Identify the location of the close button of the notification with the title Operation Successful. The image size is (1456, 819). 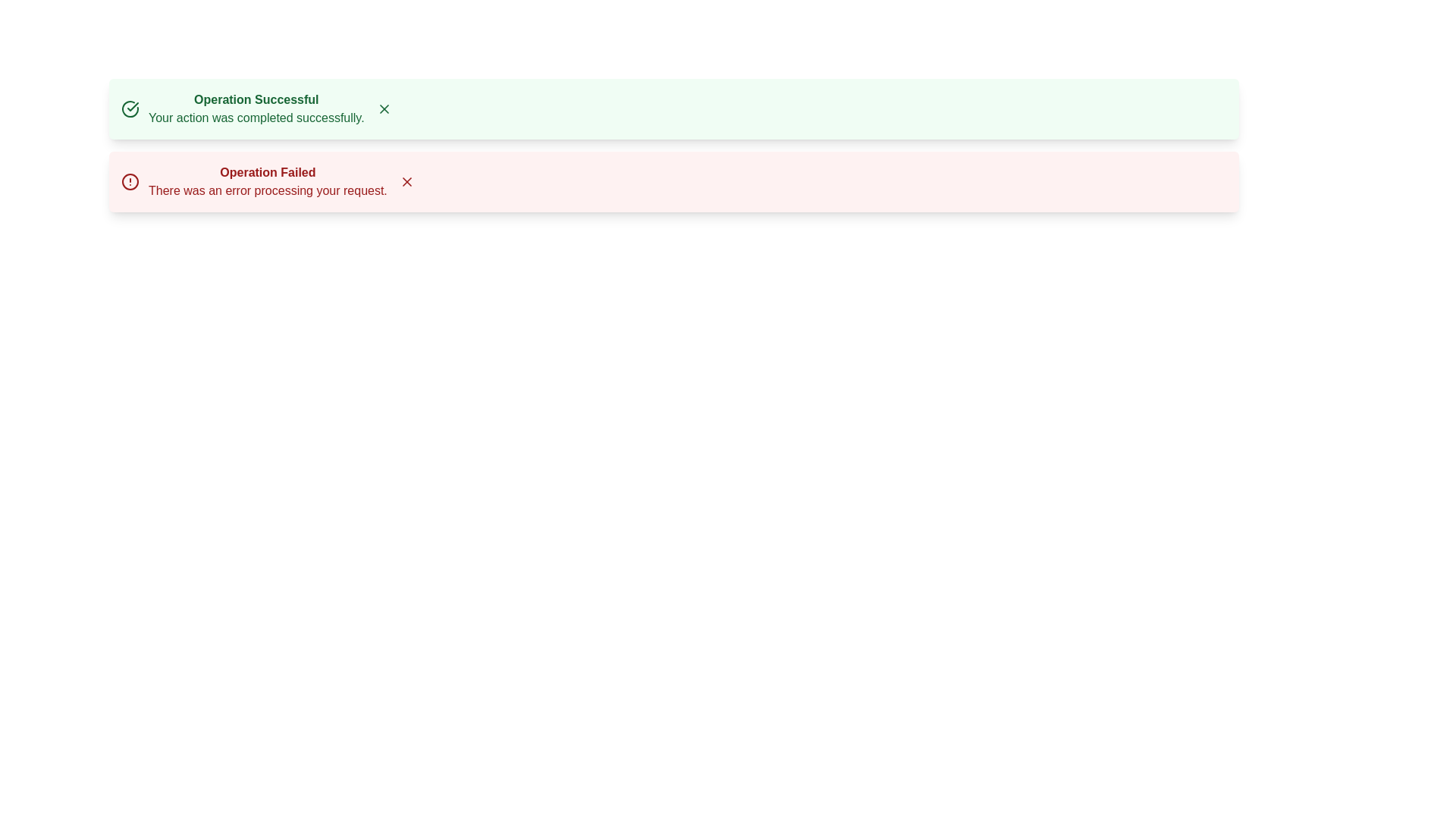
(384, 108).